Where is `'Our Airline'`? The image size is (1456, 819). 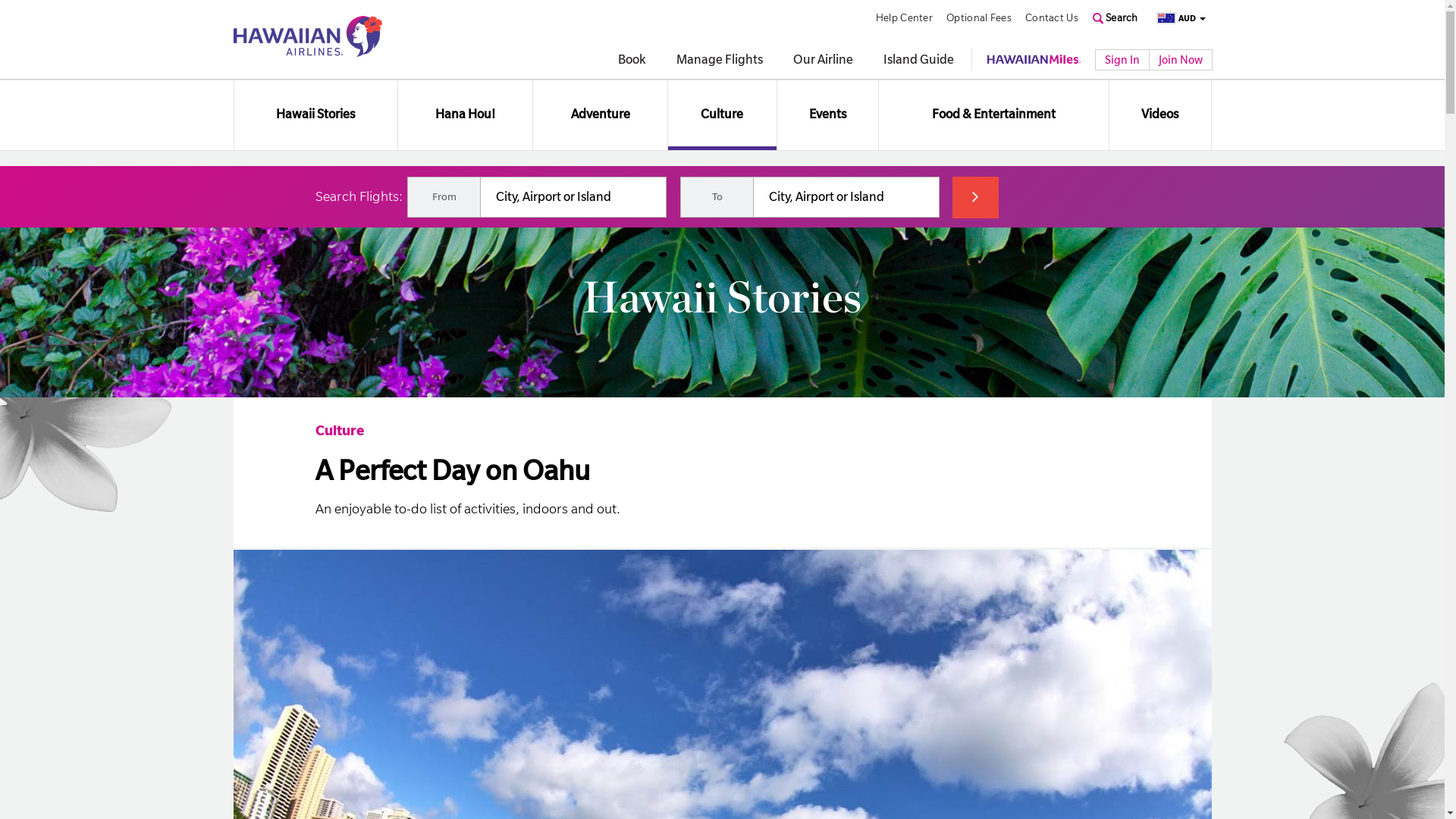 'Our Airline' is located at coordinates (792, 61).